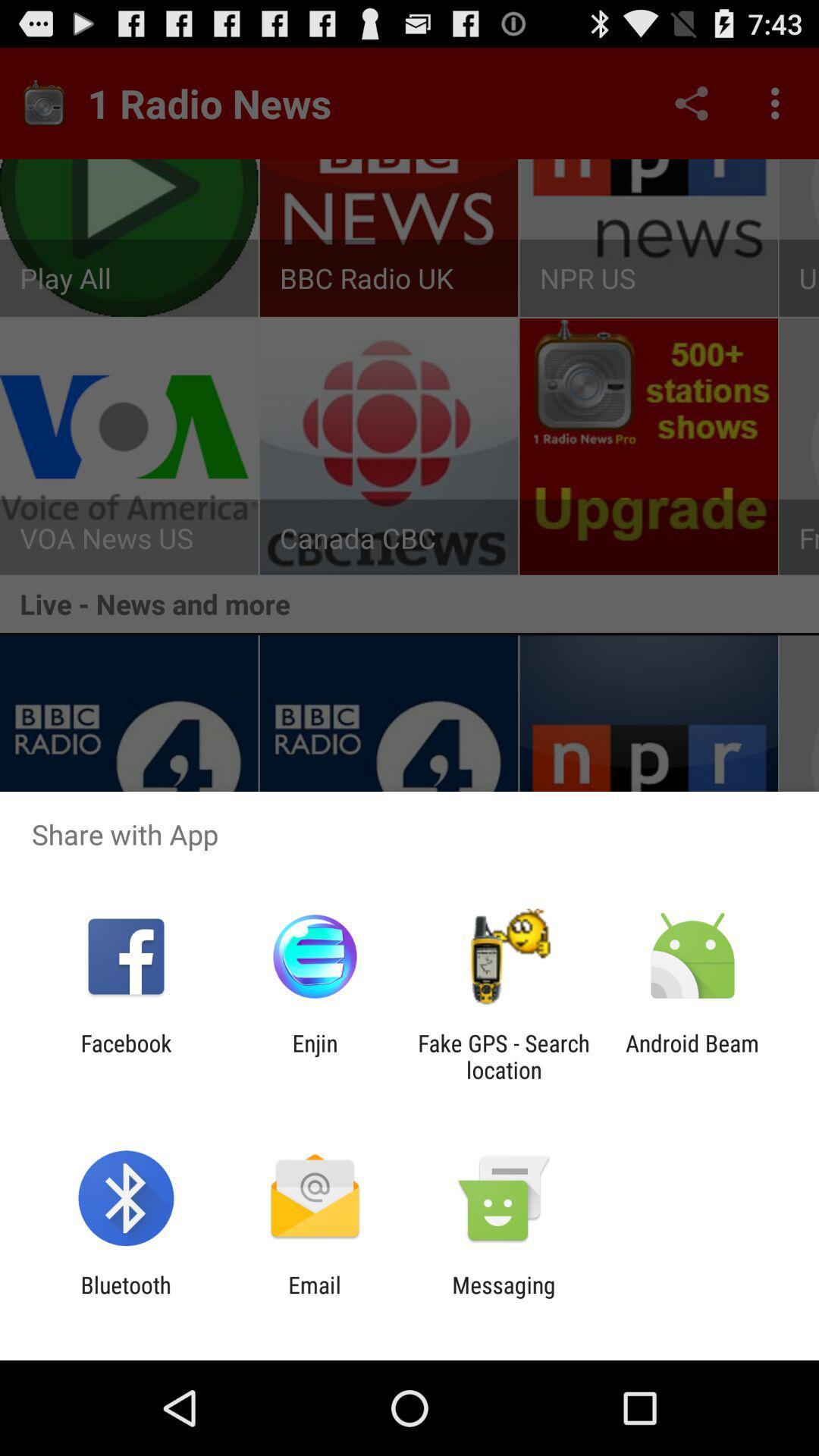 The height and width of the screenshot is (1456, 819). I want to click on the app to the right of email icon, so click(504, 1298).